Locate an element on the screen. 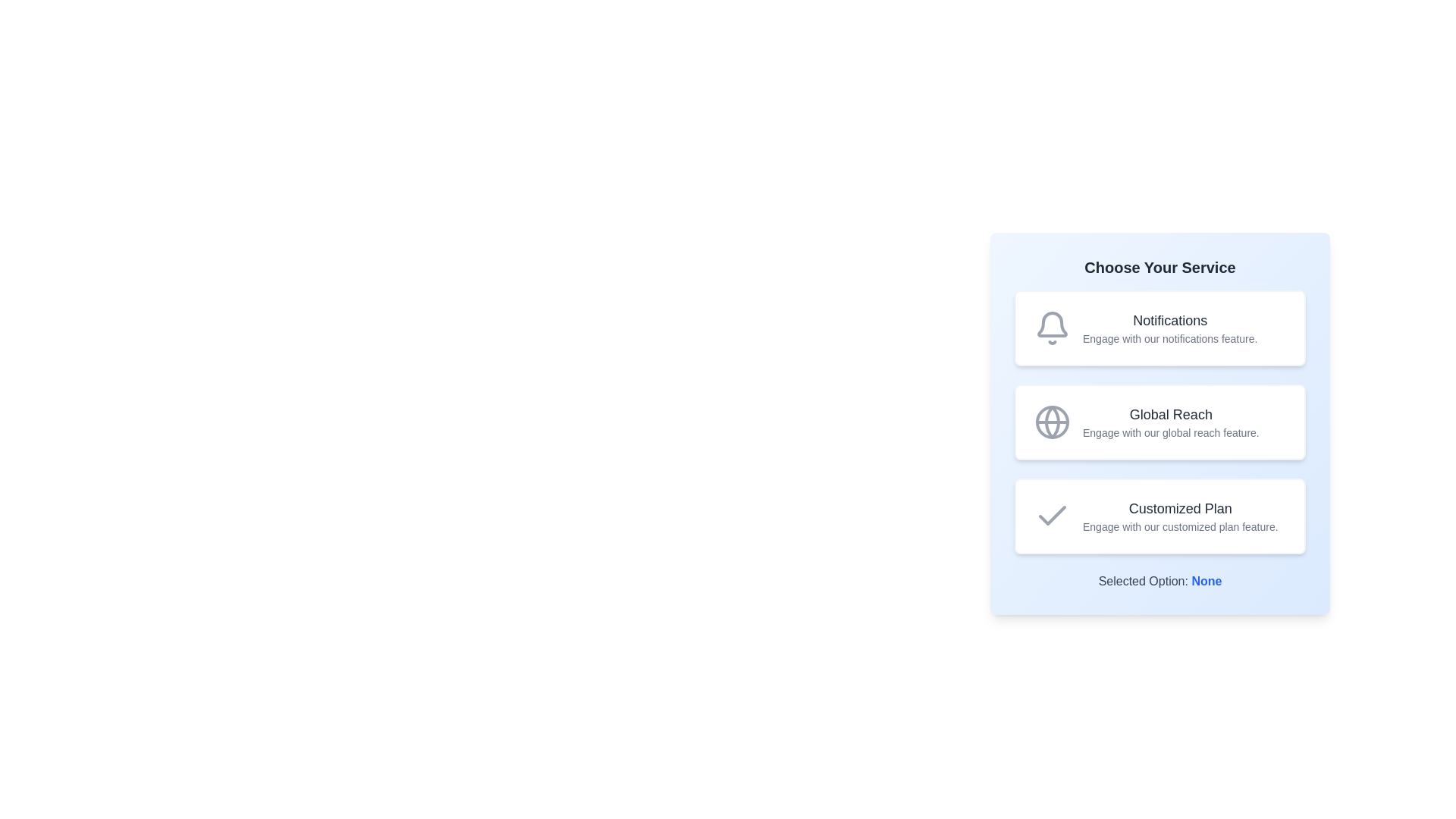 The width and height of the screenshot is (1456, 819). the 'Customized Plan' button is located at coordinates (1159, 516).